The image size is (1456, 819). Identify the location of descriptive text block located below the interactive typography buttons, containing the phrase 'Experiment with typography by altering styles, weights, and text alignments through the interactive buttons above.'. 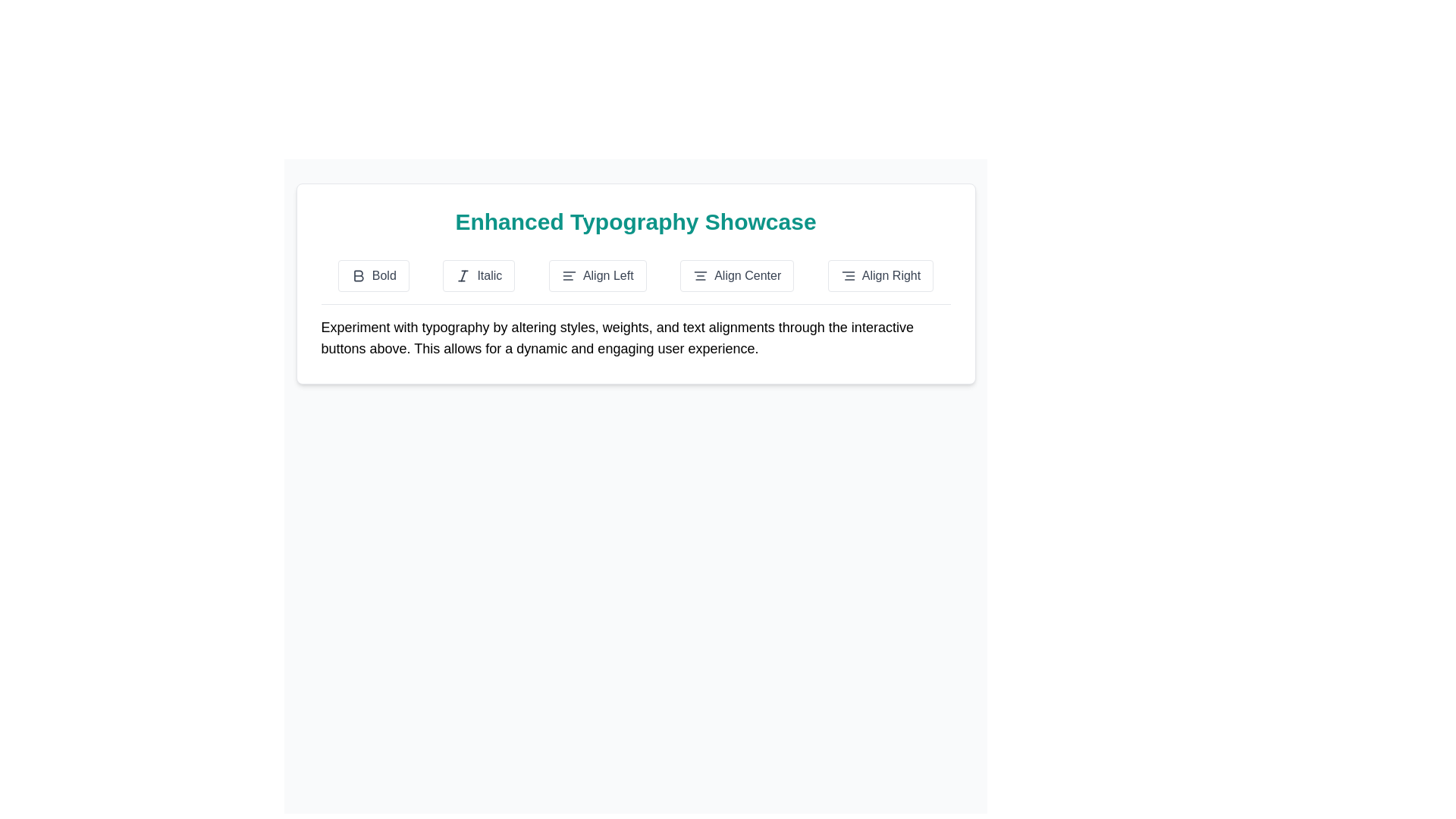
(635, 337).